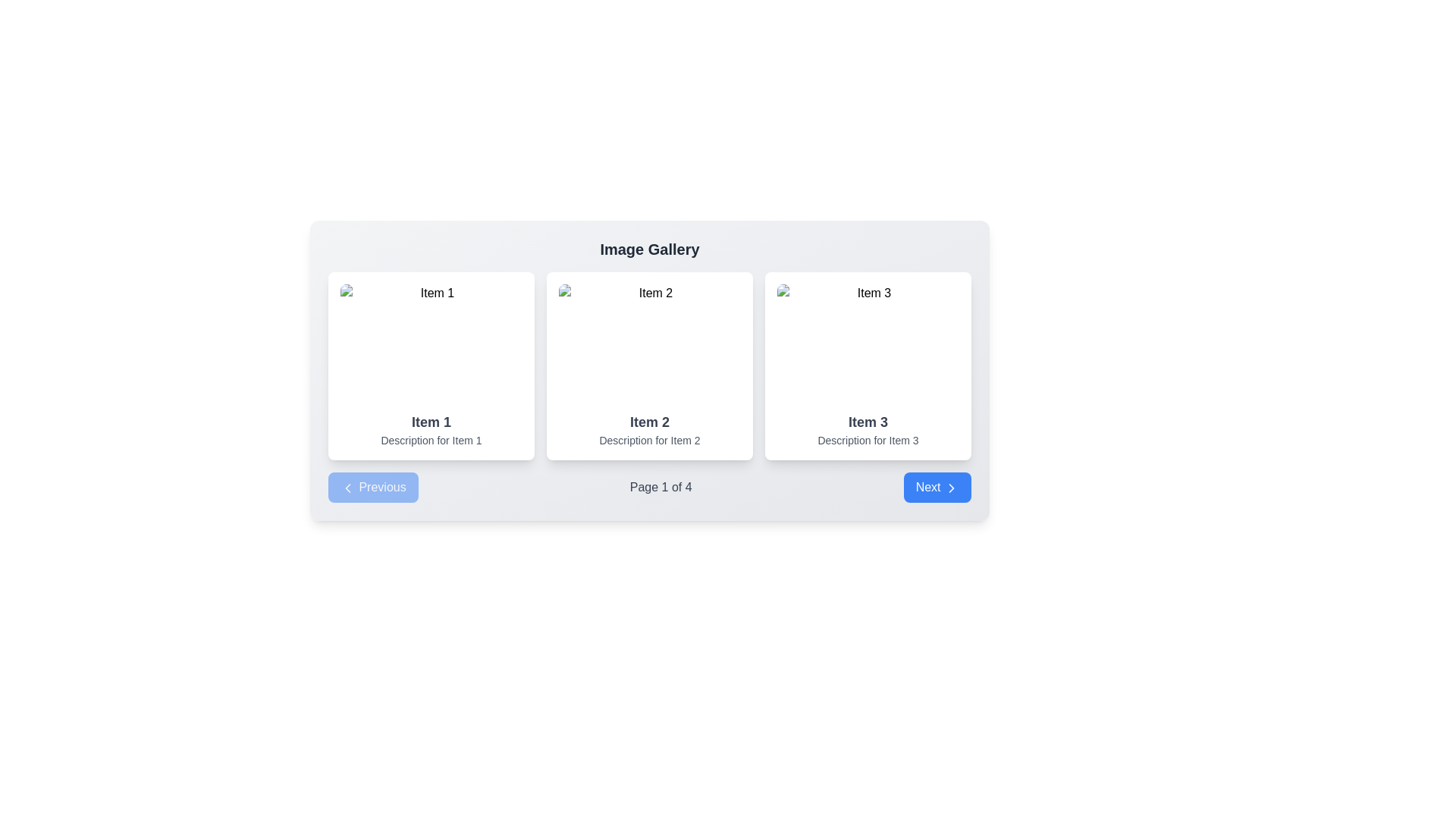  Describe the element at coordinates (868, 441) in the screenshot. I see `the text label that presents 'Description for Item 3', which is centrally aligned beneath the title 'Item 3' in a gray color theme` at that location.